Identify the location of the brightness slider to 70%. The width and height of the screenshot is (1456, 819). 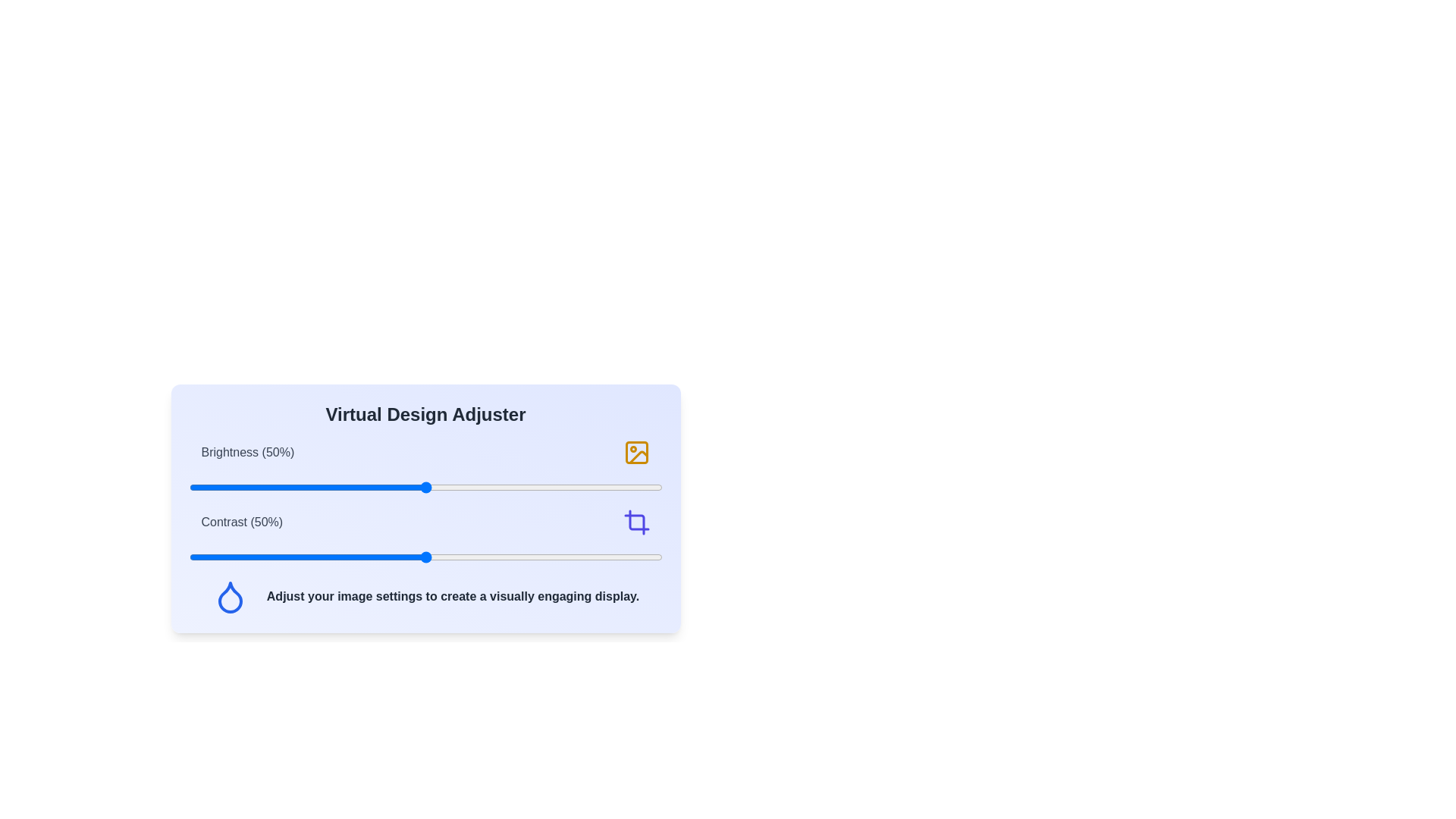
(520, 488).